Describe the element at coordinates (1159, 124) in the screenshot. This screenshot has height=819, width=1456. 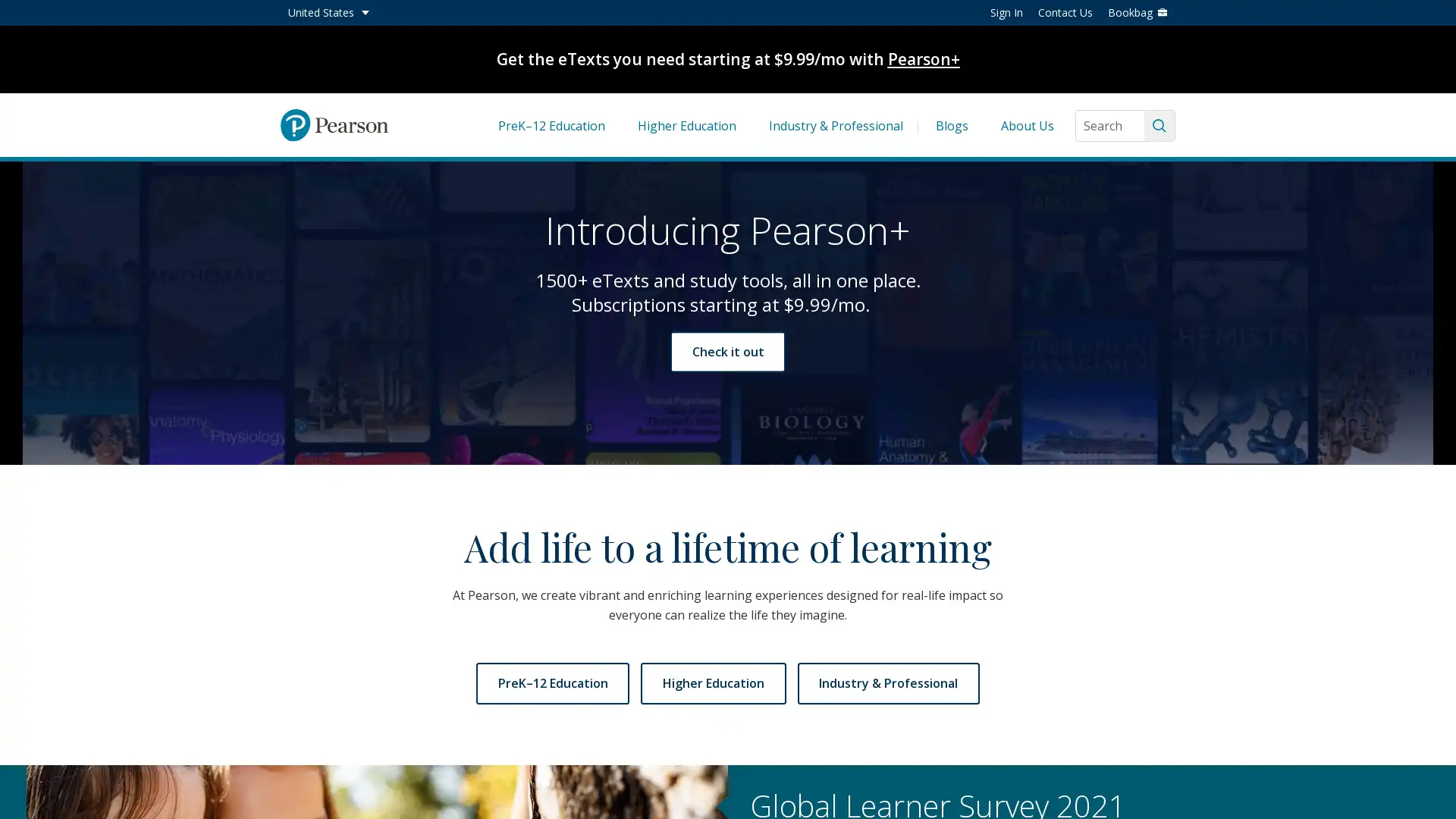
I see `Search` at that location.